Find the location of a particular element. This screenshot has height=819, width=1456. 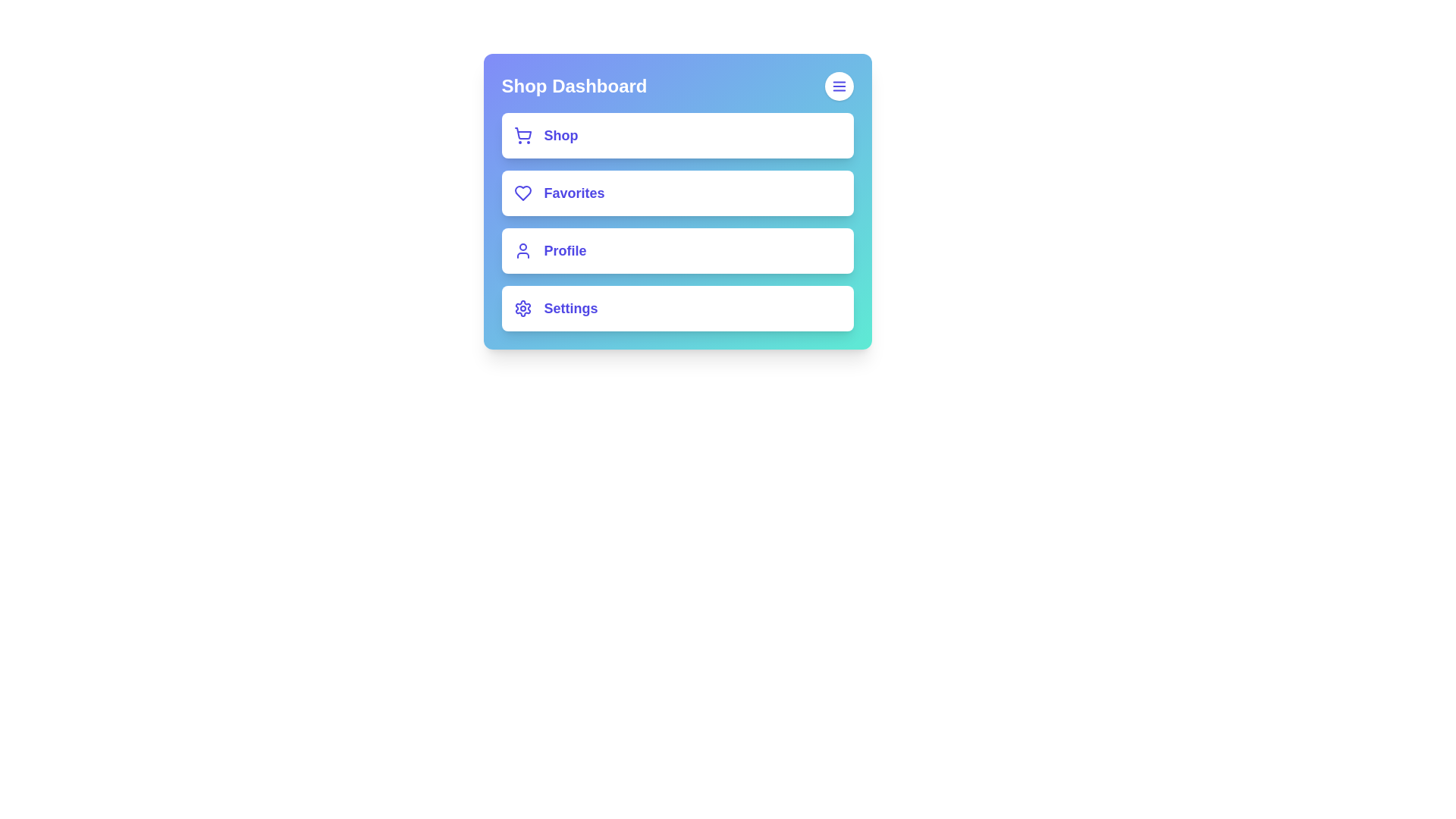

the 'Shop' option in the menu is located at coordinates (676, 134).